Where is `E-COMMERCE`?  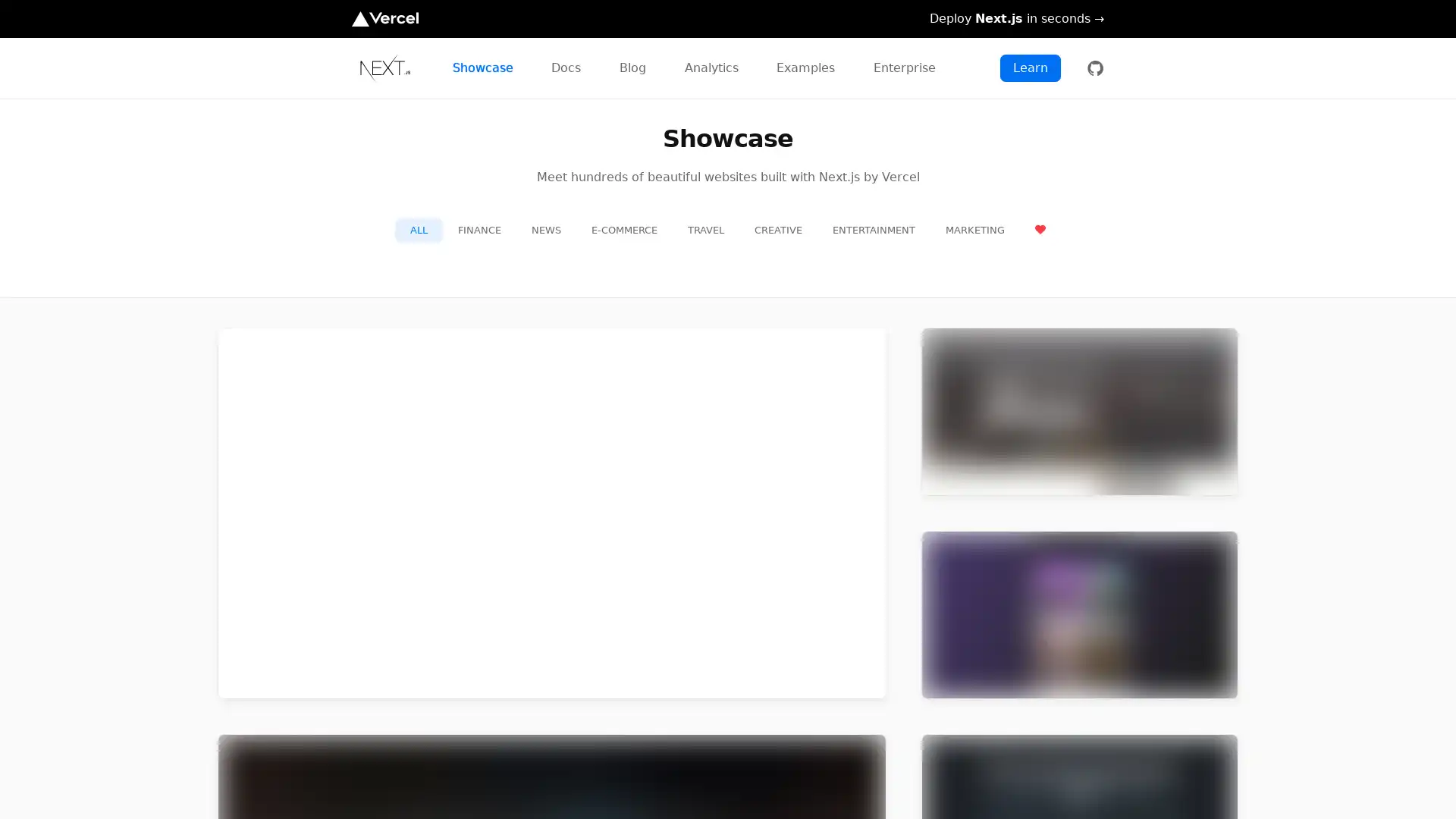 E-COMMERCE is located at coordinates (624, 230).